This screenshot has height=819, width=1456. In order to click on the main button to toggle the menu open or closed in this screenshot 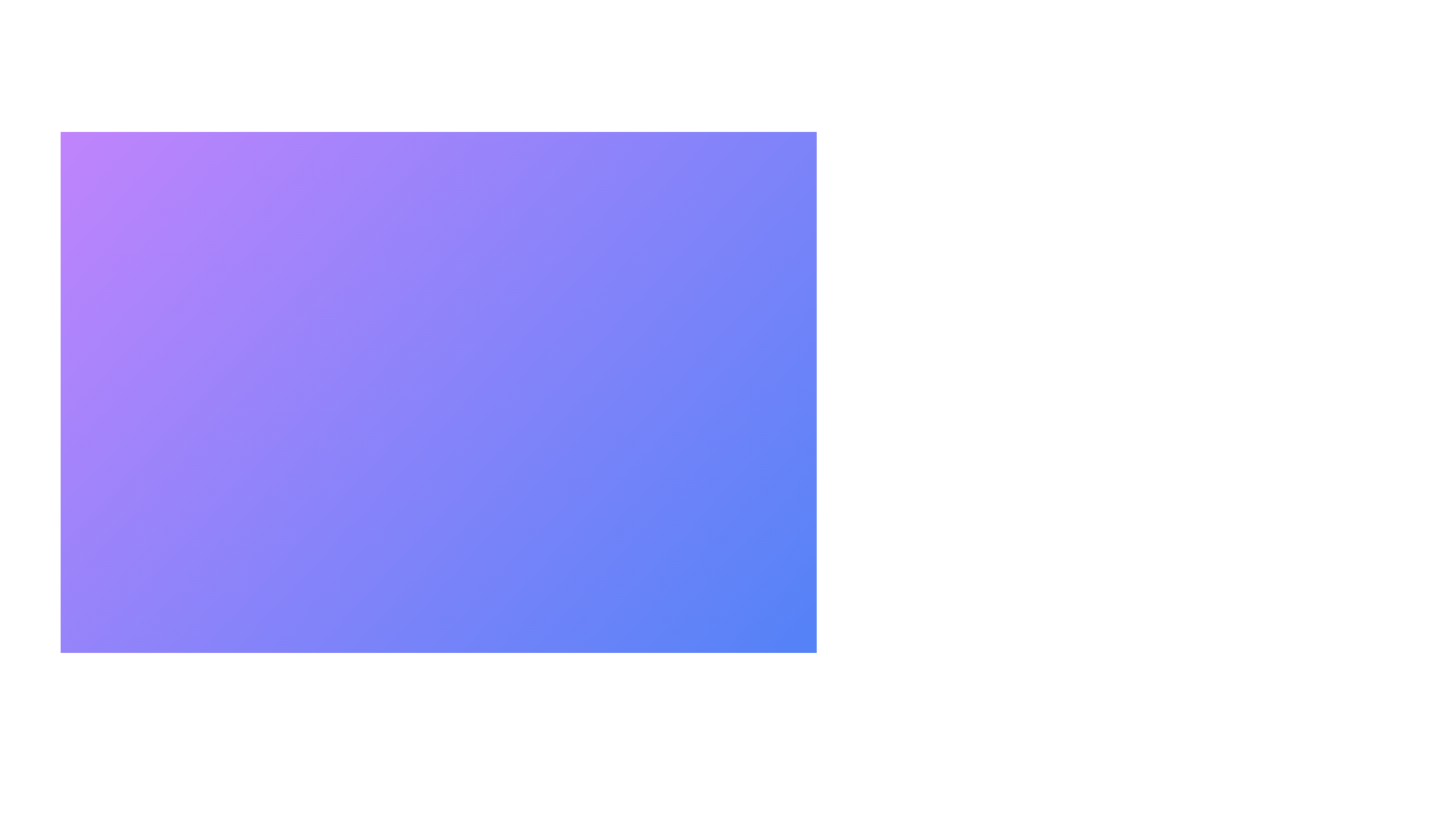, I will do `click(743, 745)`.